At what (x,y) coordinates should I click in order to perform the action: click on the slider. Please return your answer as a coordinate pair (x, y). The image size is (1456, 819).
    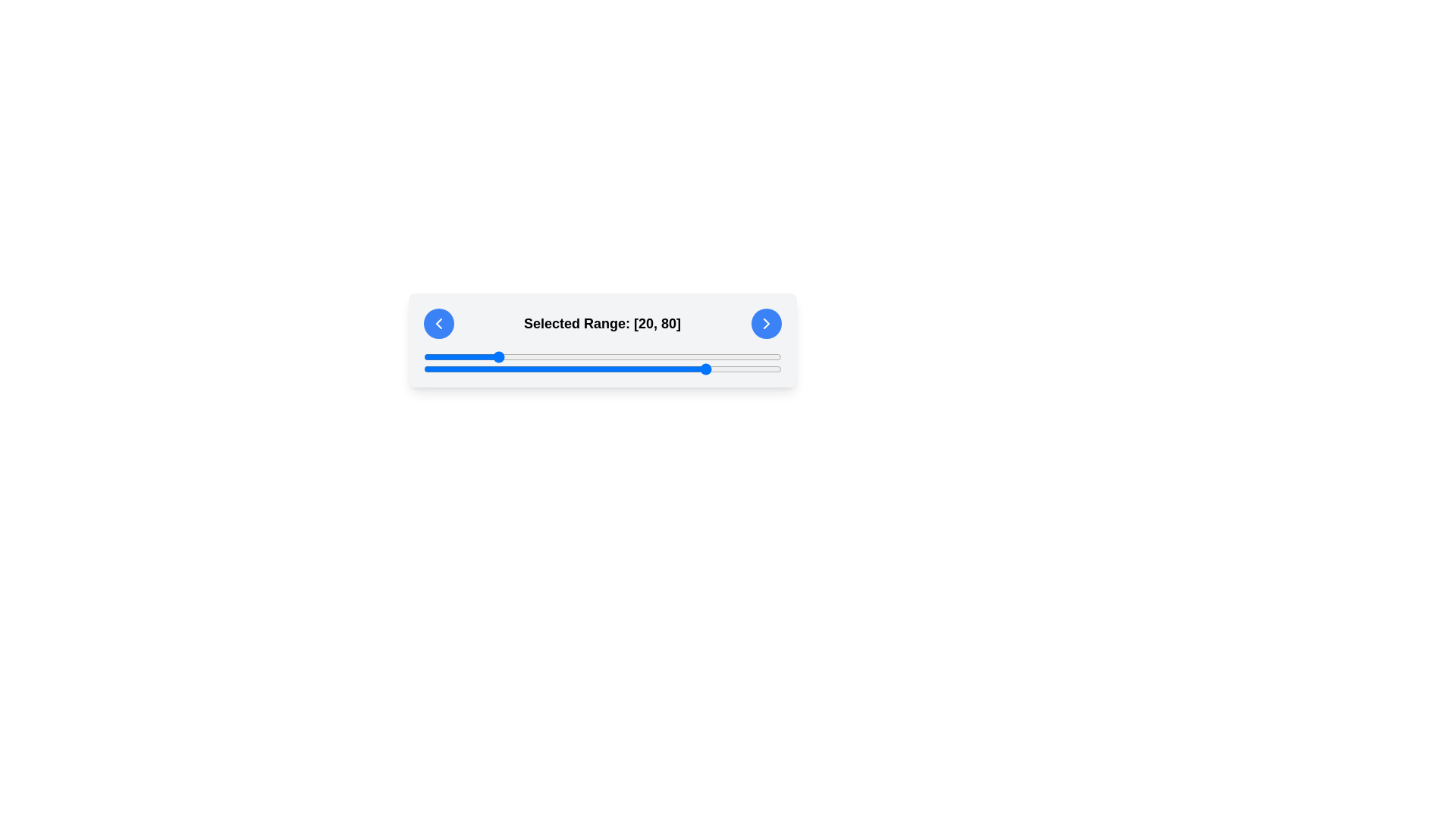
    Looking at the image, I should click on (580, 369).